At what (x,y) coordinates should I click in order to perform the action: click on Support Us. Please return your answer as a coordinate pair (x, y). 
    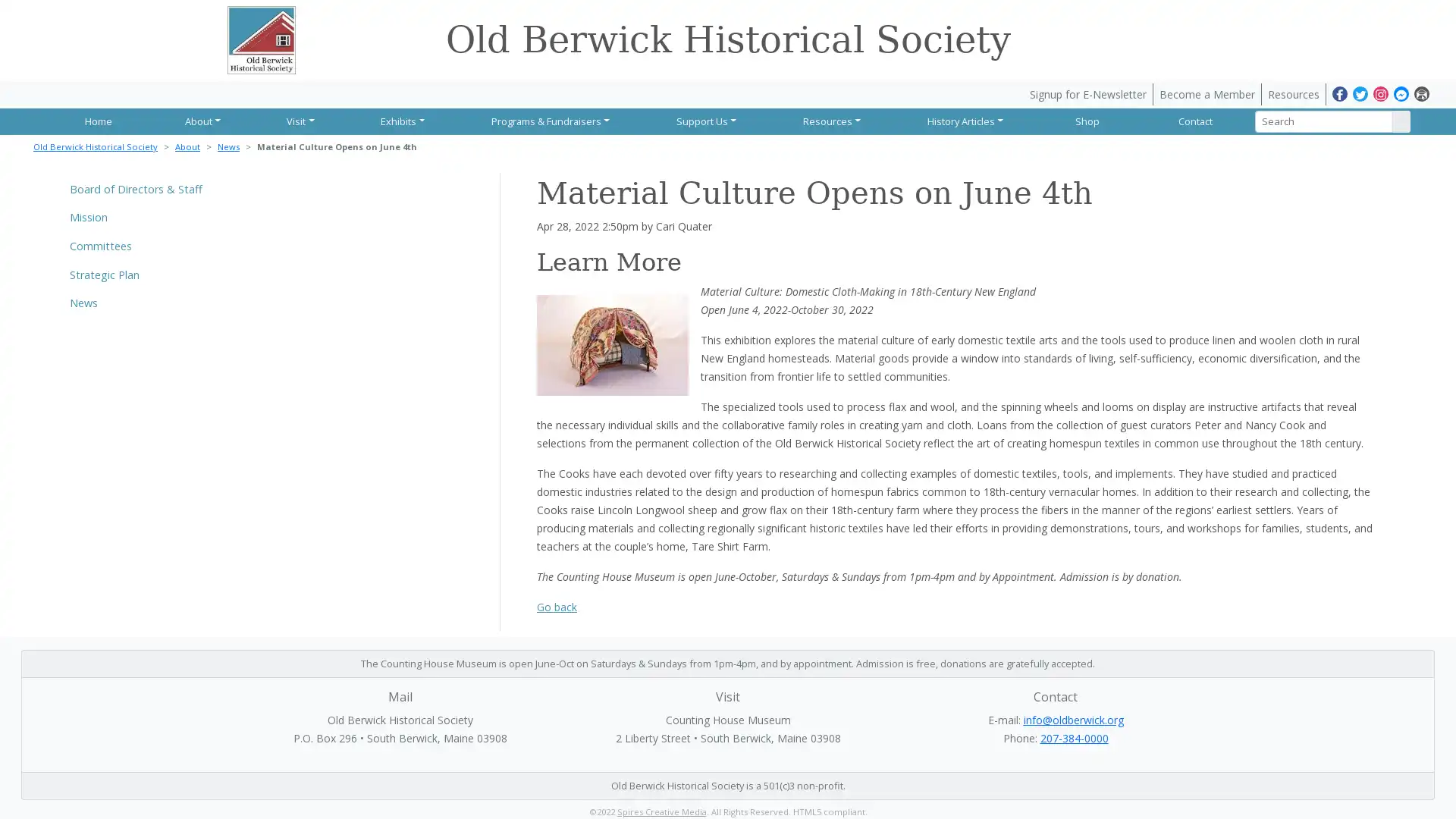
    Looking at the image, I should click on (702, 120).